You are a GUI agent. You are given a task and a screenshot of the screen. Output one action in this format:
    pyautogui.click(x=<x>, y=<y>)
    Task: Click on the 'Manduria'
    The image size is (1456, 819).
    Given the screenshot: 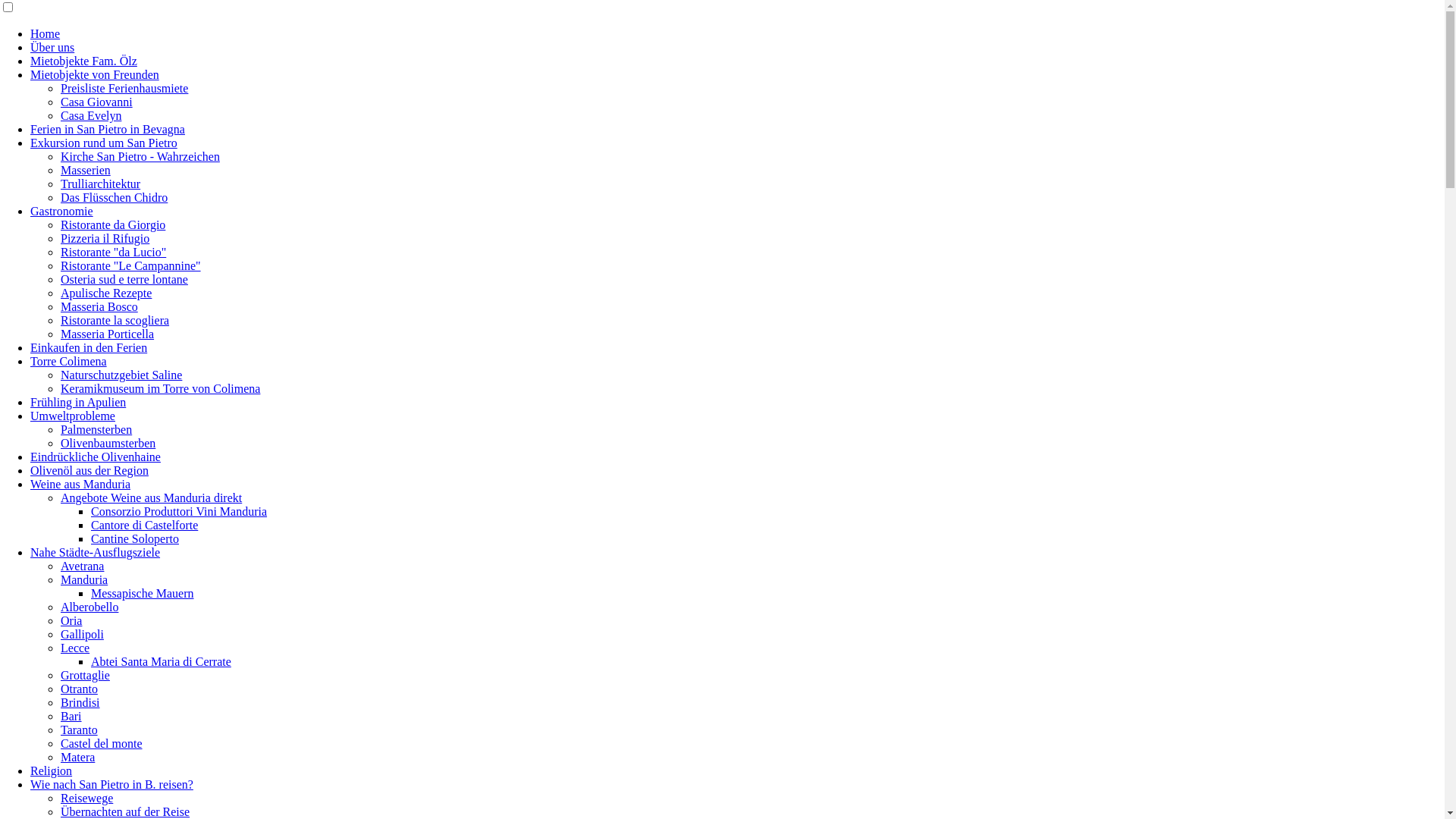 What is the action you would take?
    pyautogui.click(x=83, y=579)
    